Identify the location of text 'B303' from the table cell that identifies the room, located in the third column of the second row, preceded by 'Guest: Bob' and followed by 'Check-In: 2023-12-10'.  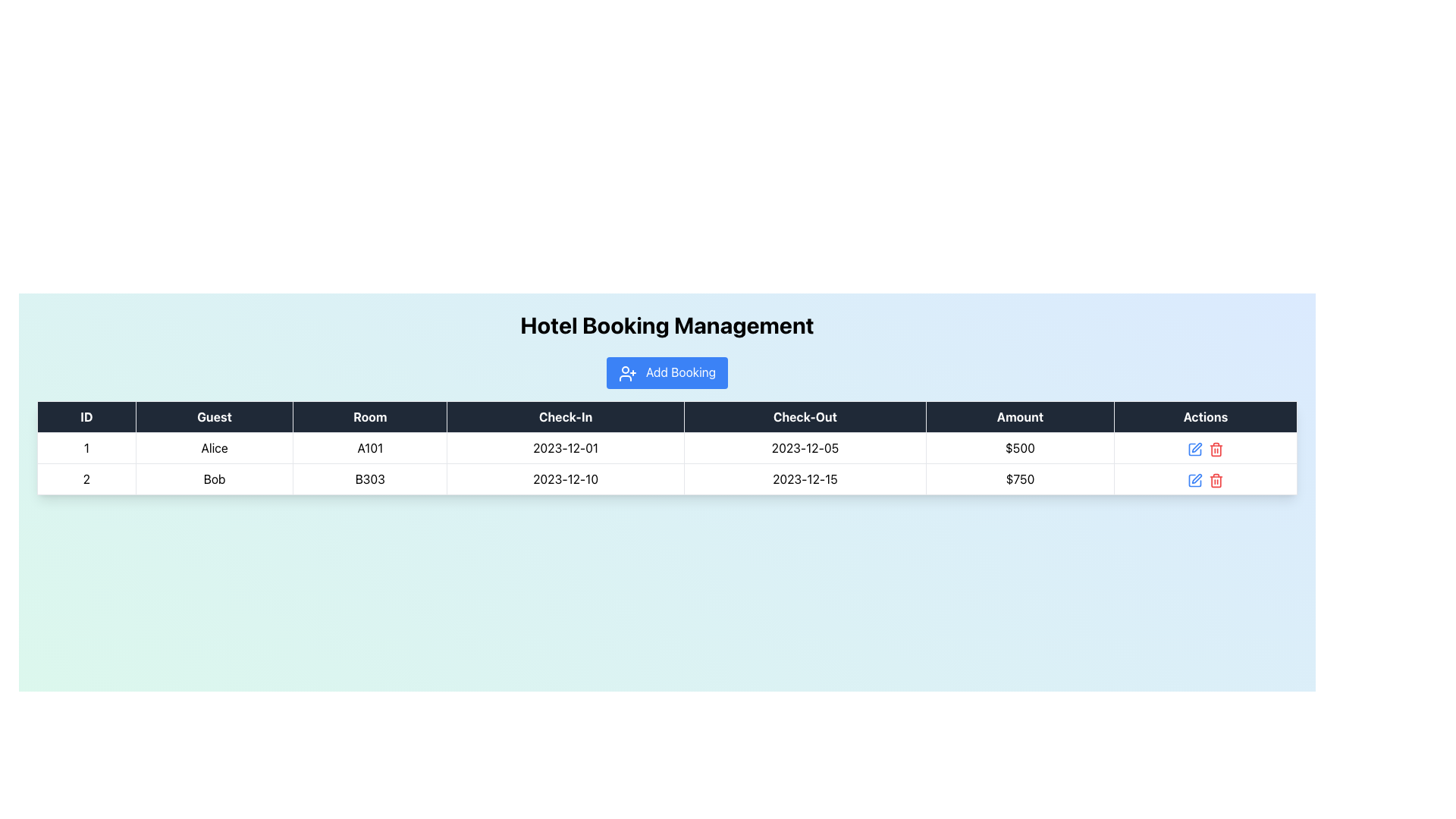
(370, 479).